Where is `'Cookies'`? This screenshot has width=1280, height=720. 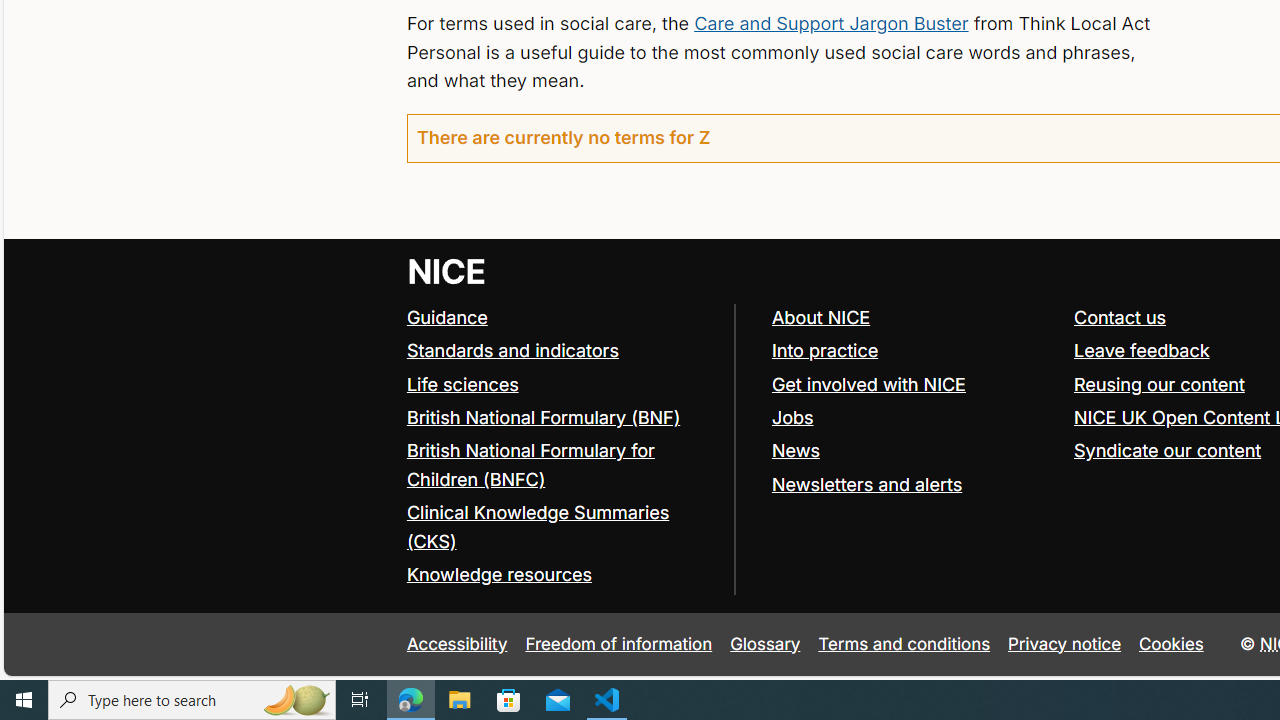
'Cookies' is located at coordinates (1171, 644).